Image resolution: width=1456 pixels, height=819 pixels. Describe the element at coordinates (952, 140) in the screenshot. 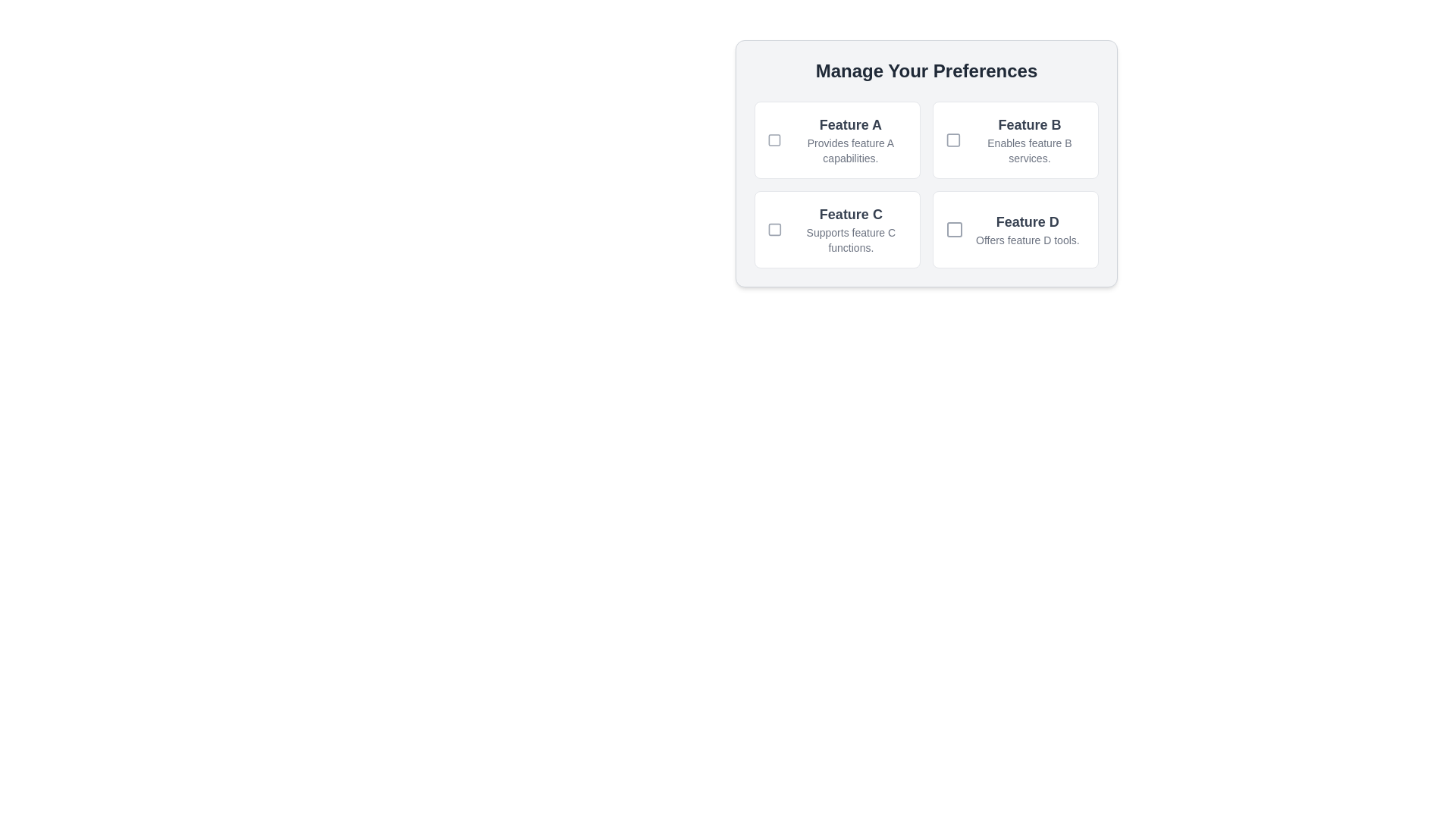

I see `the checkbox located to the left of the Feature B text label` at that location.